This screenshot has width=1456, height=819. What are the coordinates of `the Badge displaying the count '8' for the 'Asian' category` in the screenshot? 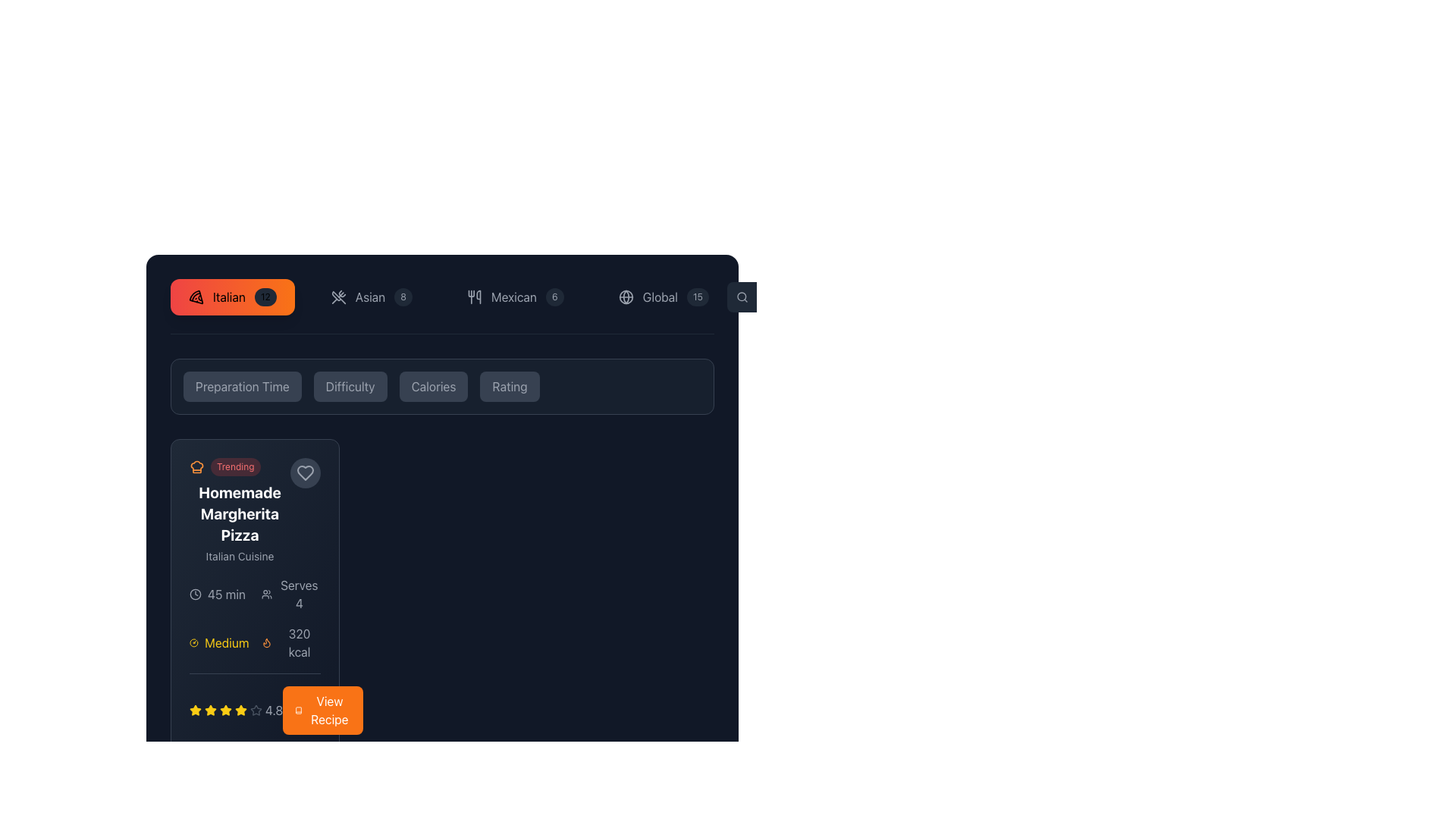 It's located at (403, 297).